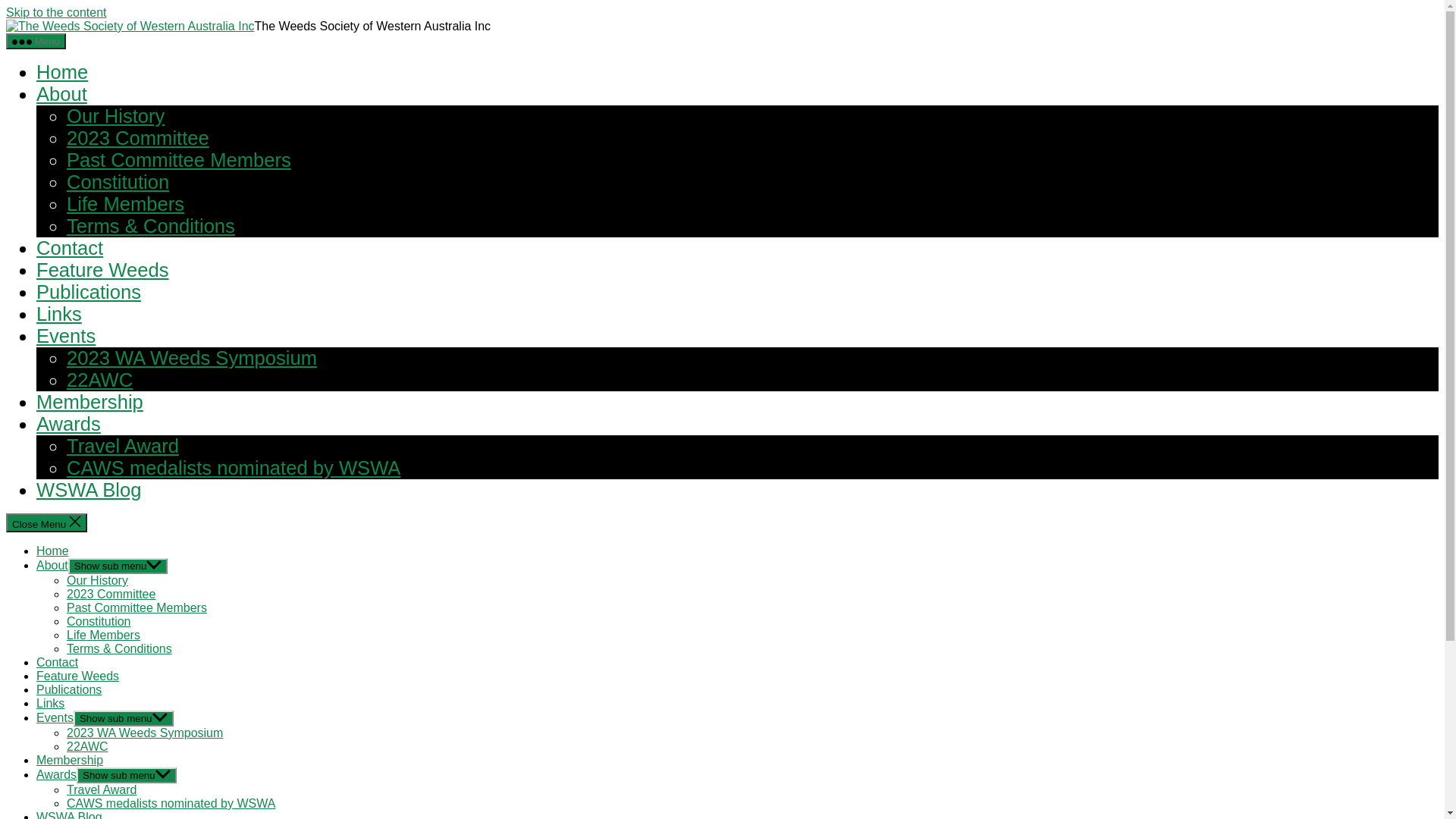  Describe the element at coordinates (65, 203) in the screenshot. I see `'Life Members'` at that location.